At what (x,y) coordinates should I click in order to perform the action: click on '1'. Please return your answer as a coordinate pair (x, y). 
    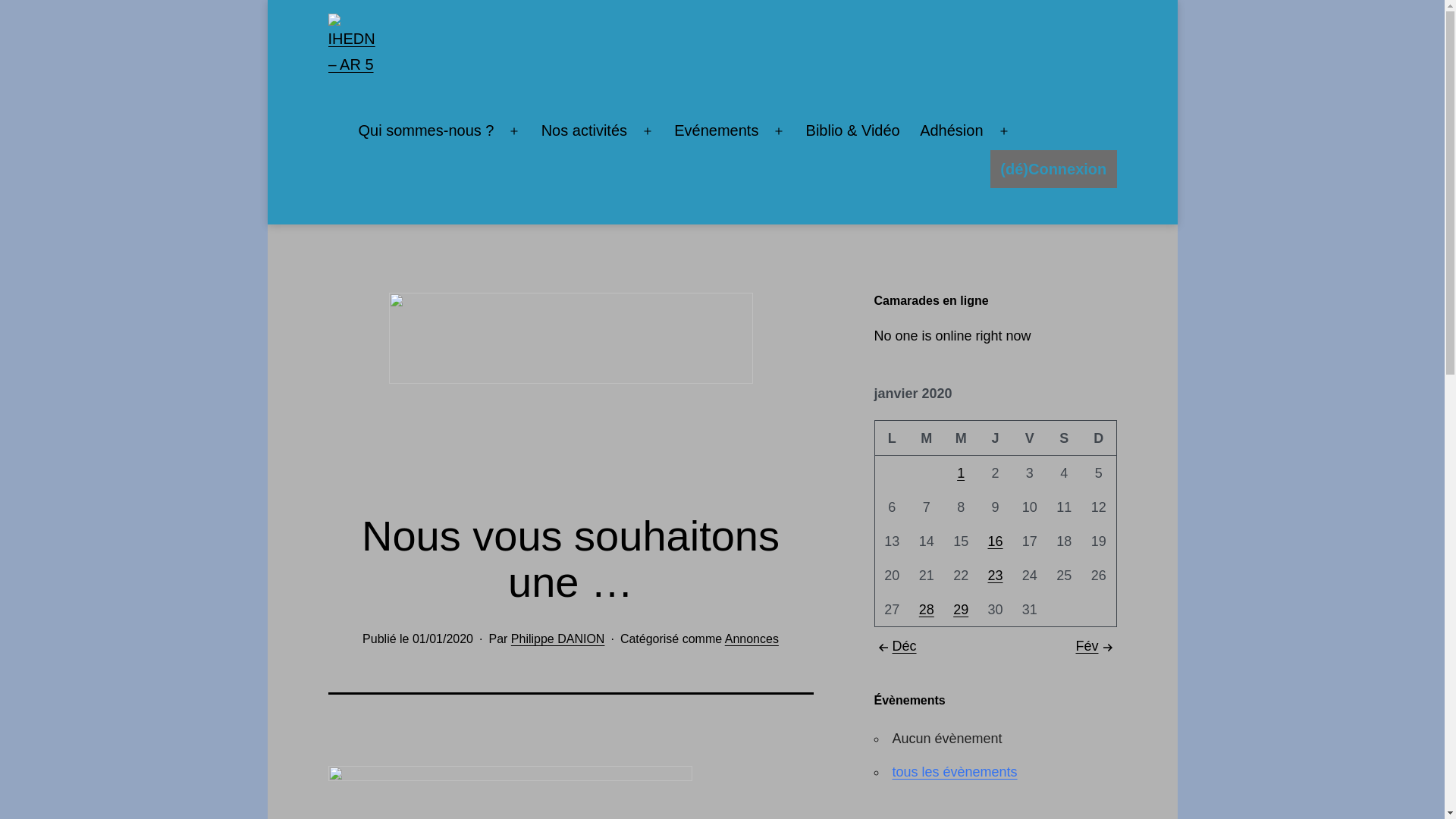
    Looking at the image, I should click on (960, 472).